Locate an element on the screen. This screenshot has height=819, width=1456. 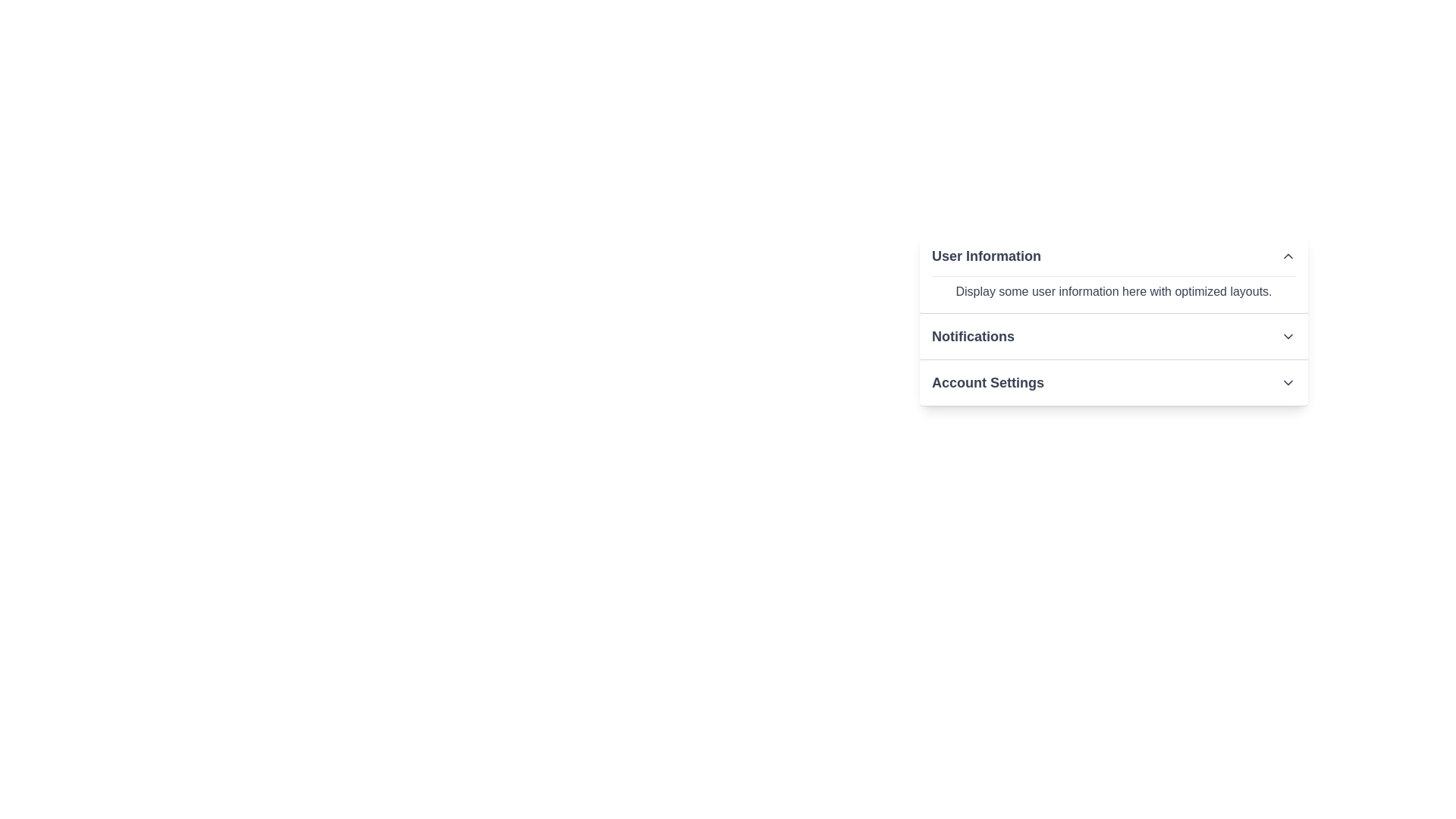
the downward-pointing chevron icon at the far-right end of the 'Account Settings' row is located at coordinates (1288, 382).